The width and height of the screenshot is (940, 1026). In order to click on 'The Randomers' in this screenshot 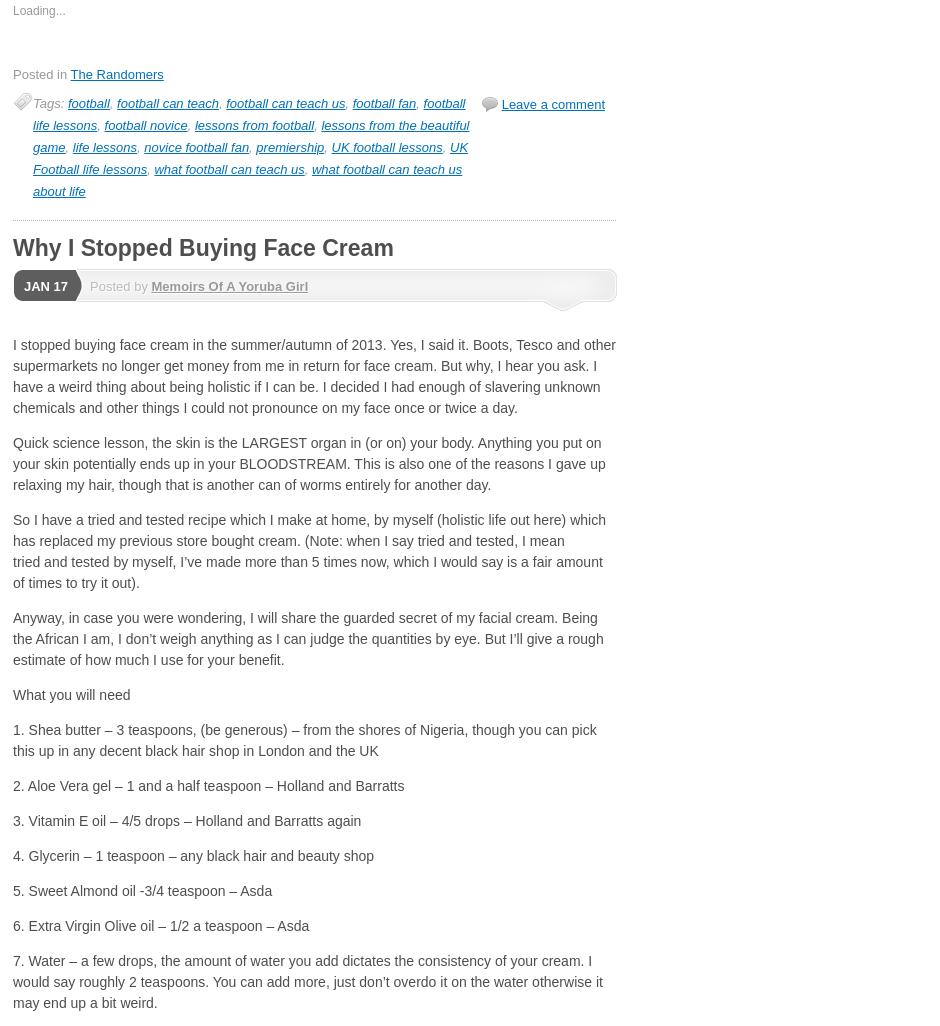, I will do `click(69, 73)`.